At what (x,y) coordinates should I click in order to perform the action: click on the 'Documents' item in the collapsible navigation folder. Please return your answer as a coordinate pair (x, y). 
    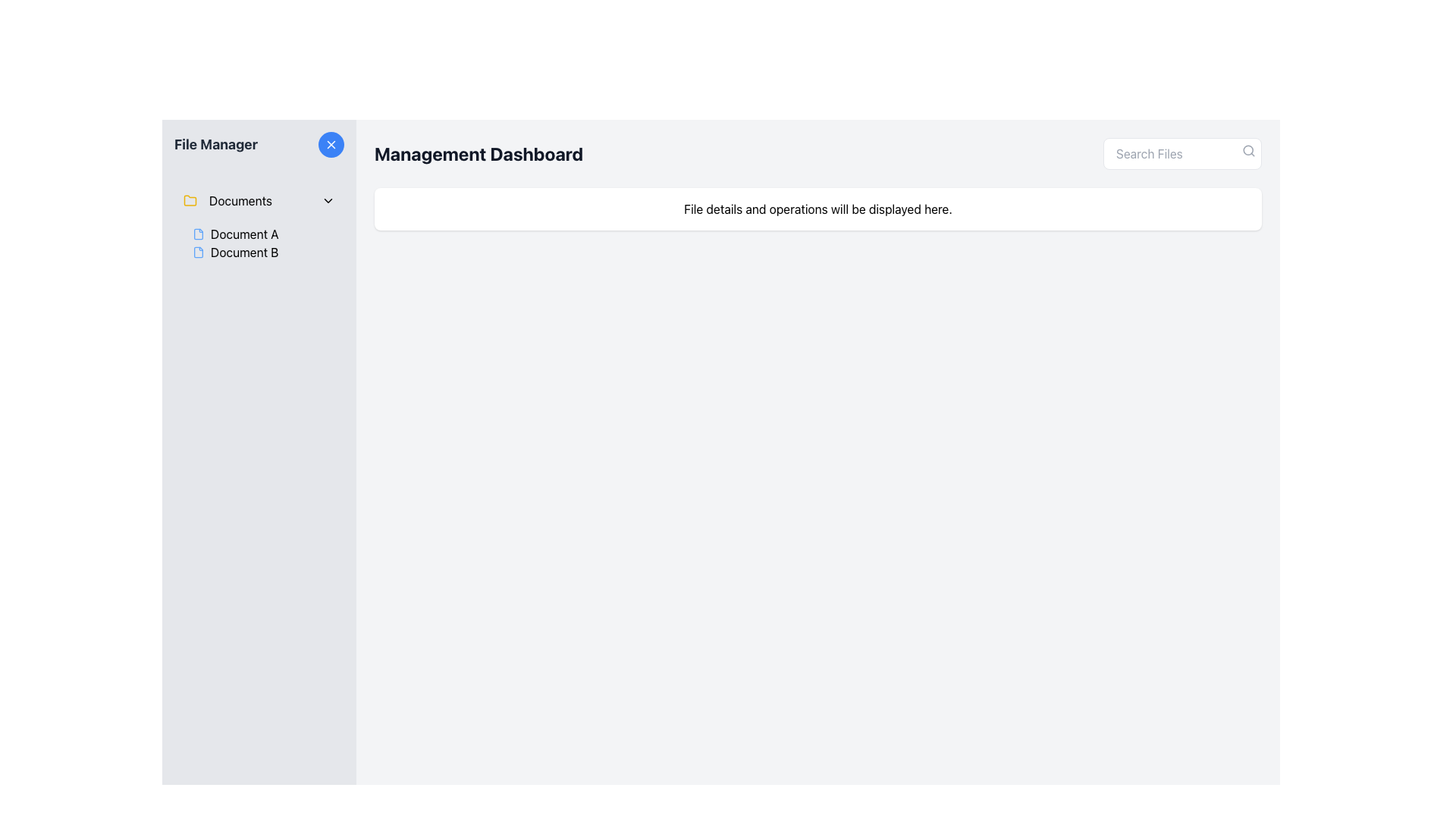
    Looking at the image, I should click on (259, 222).